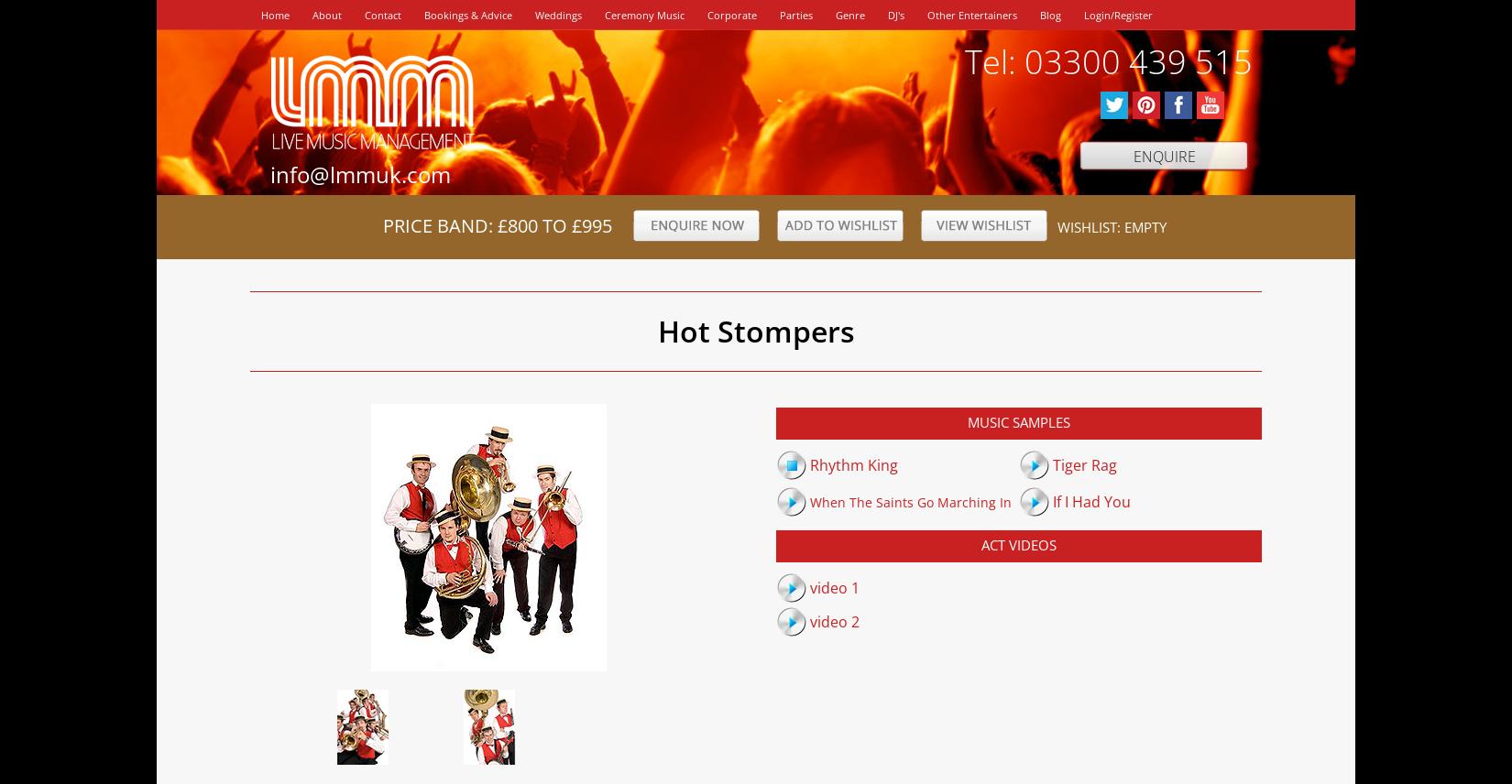 This screenshot has height=784, width=1512. Describe the element at coordinates (834, 585) in the screenshot. I see `'video 1'` at that location.